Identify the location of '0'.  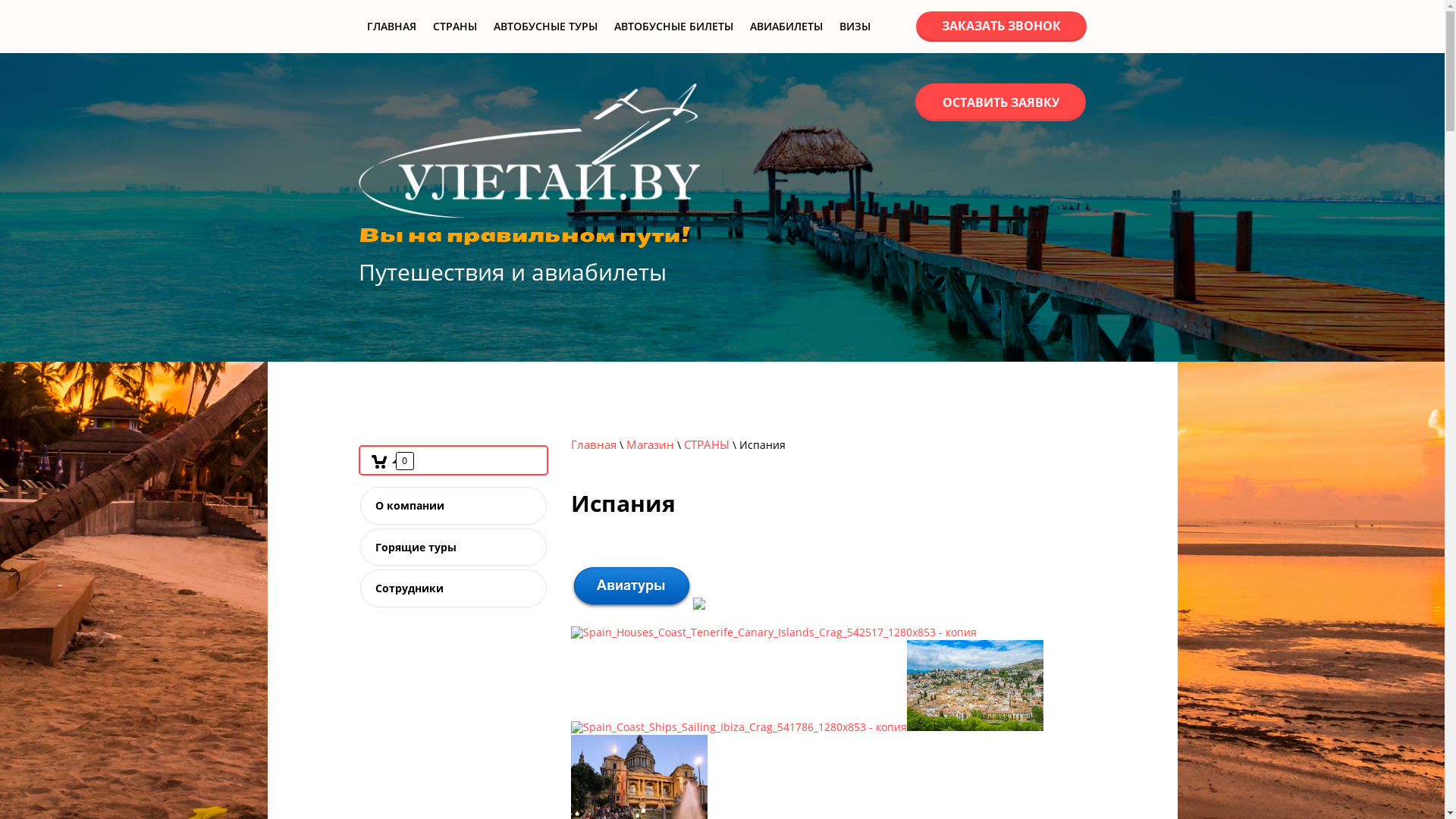
(389, 460).